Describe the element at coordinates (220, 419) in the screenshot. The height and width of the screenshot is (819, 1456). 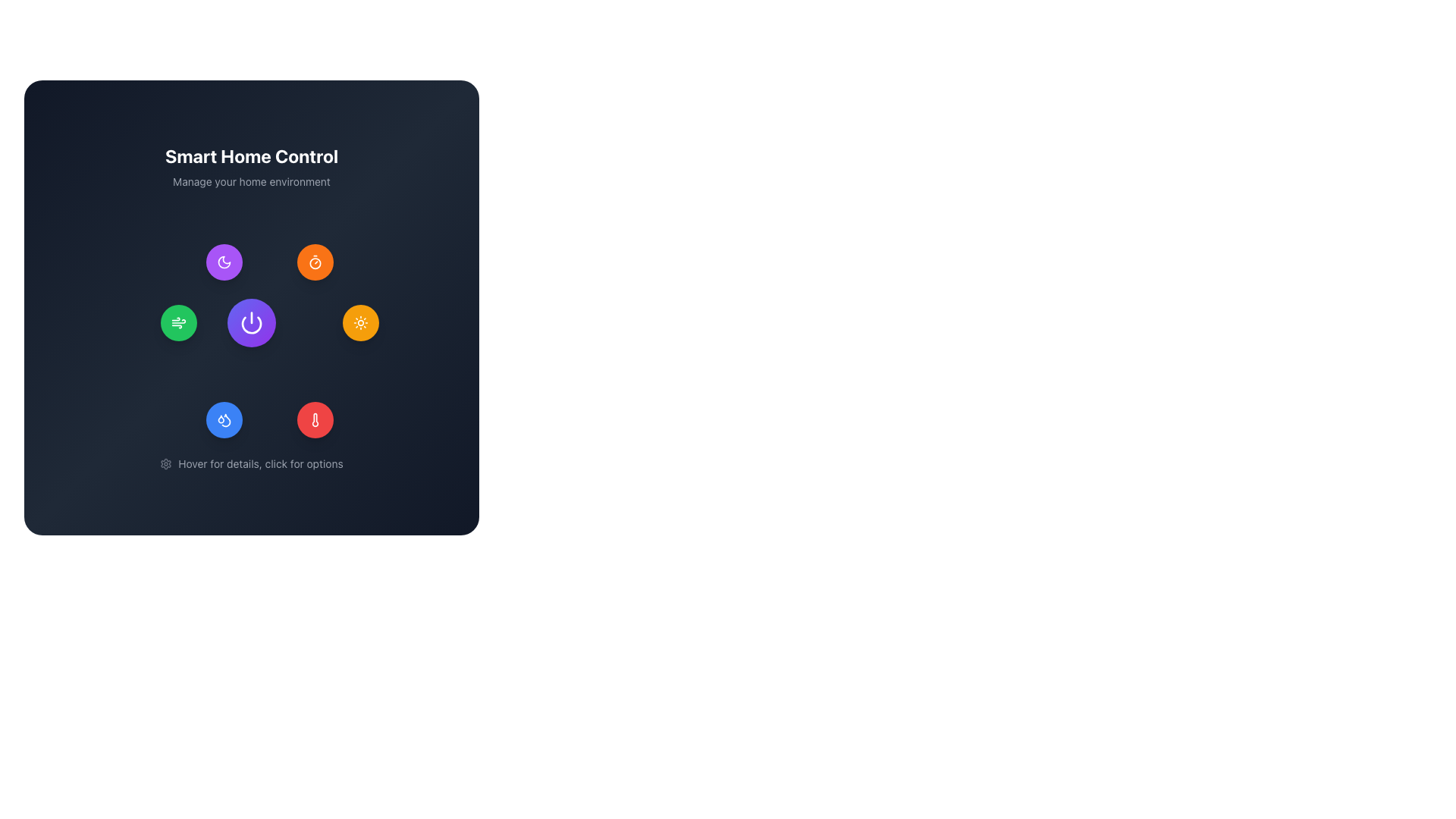
I see `the raindrop-shaped icon located below the central power button in the smart home control interface` at that location.